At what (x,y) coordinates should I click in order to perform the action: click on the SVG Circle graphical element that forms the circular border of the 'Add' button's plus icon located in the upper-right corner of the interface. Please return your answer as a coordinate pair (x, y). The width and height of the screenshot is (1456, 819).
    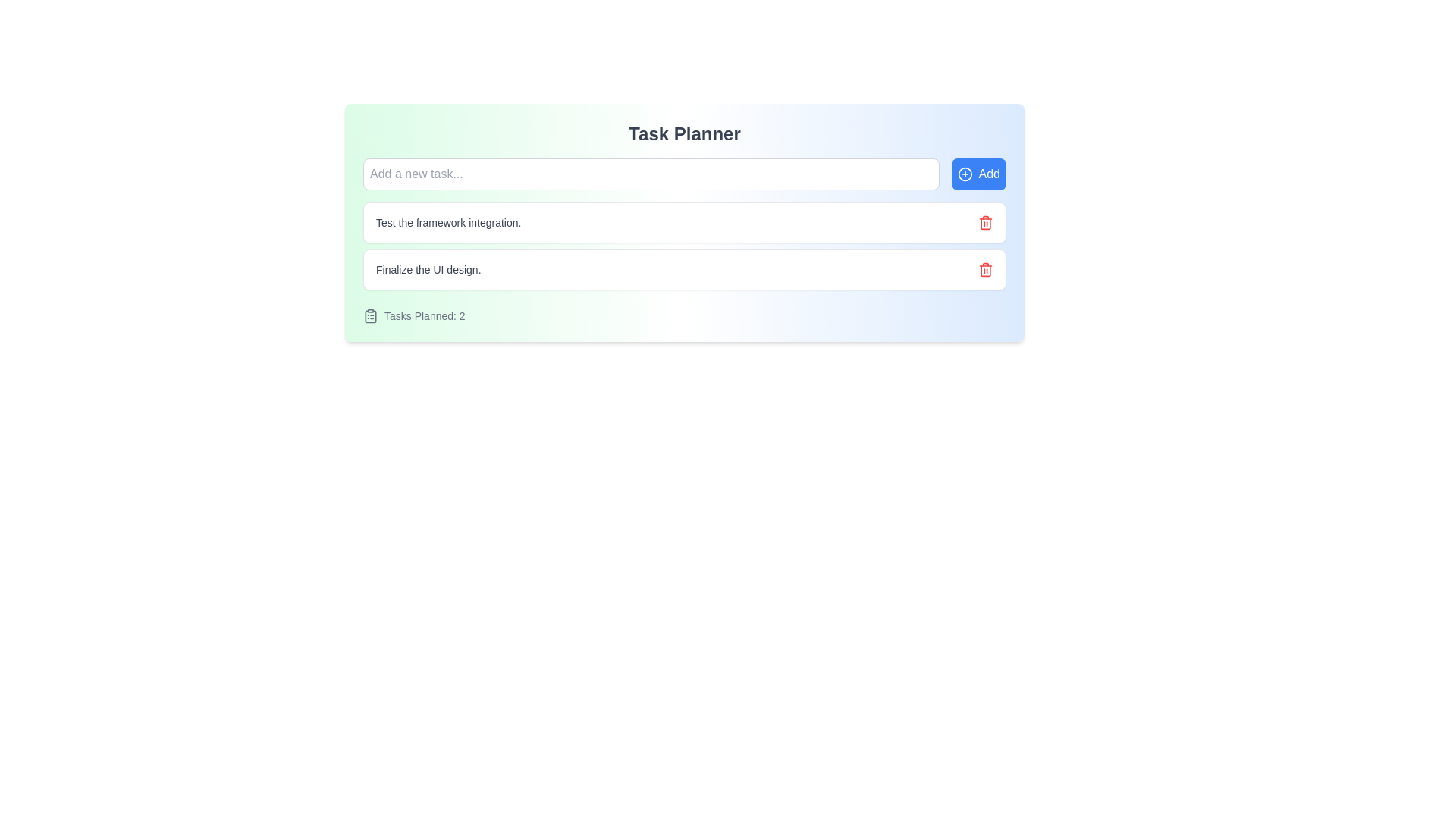
    Looking at the image, I should click on (964, 174).